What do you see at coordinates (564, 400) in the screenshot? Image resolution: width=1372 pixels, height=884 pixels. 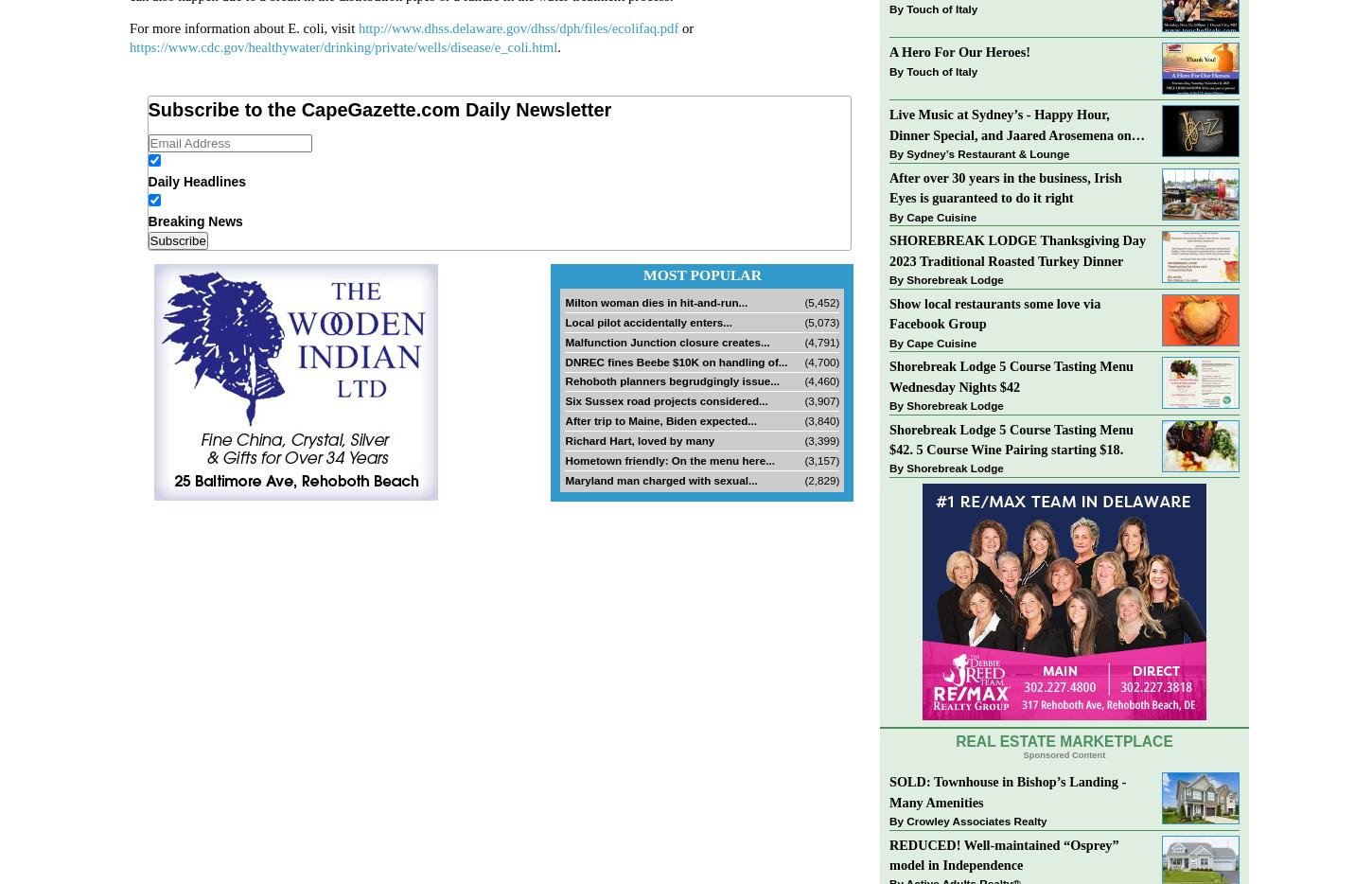 I see `'Six Sussex road projects considered...'` at bounding box center [564, 400].